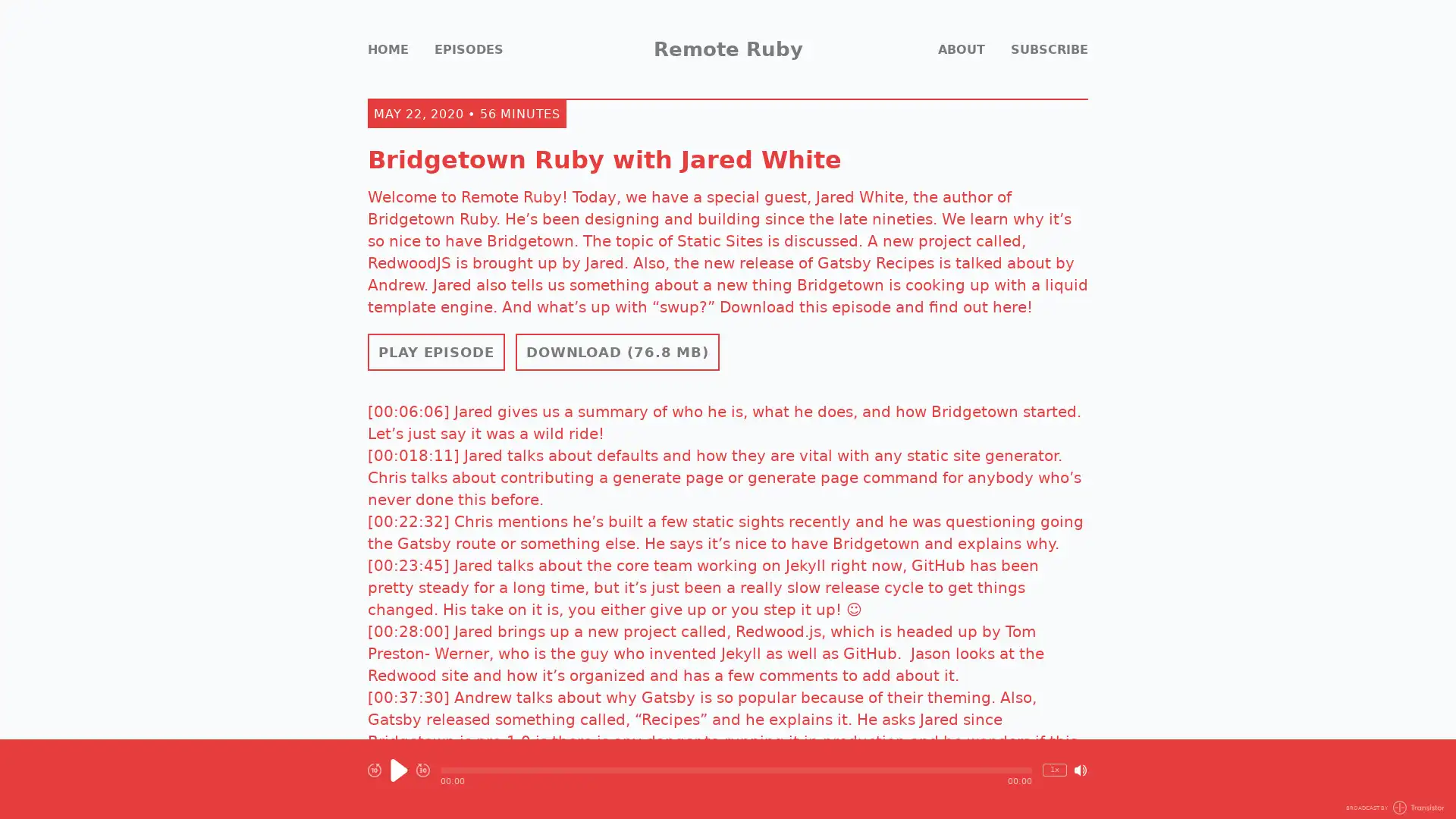 This screenshot has width=1456, height=819. I want to click on Mute/Unmute, so click(1080, 769).